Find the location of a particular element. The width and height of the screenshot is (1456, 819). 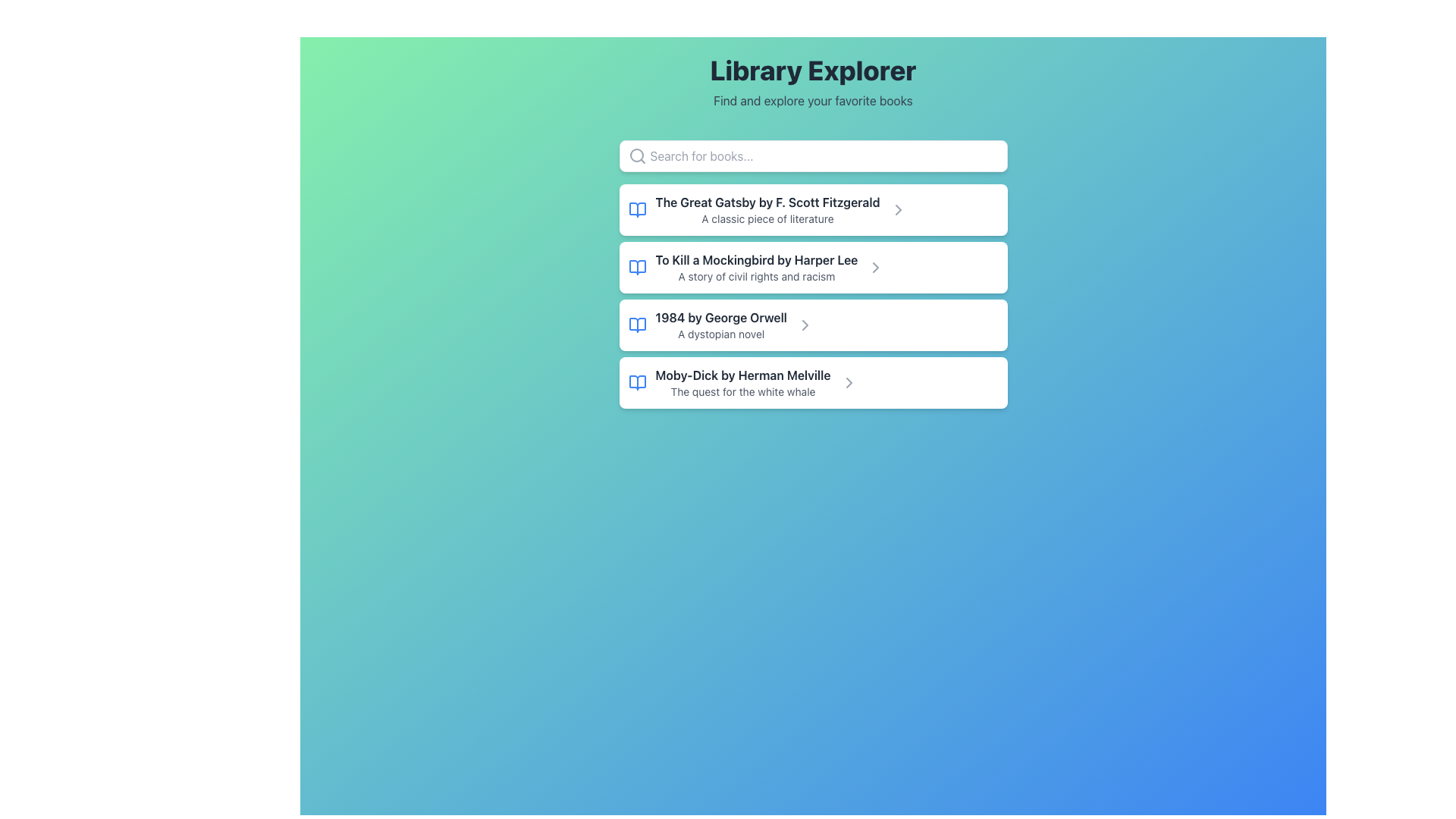

the text block that contains 'The Great Gatsby by F. Scott Fitzgerald' and 'A classic piece of literature', which is centrally located within the main content area of the interface is located at coordinates (767, 210).